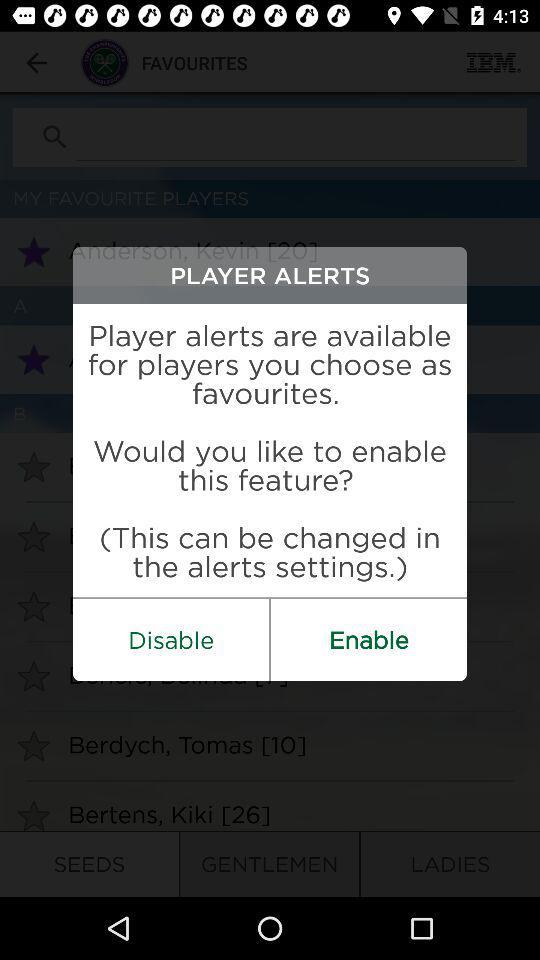  Describe the element at coordinates (171, 638) in the screenshot. I see `the disable` at that location.